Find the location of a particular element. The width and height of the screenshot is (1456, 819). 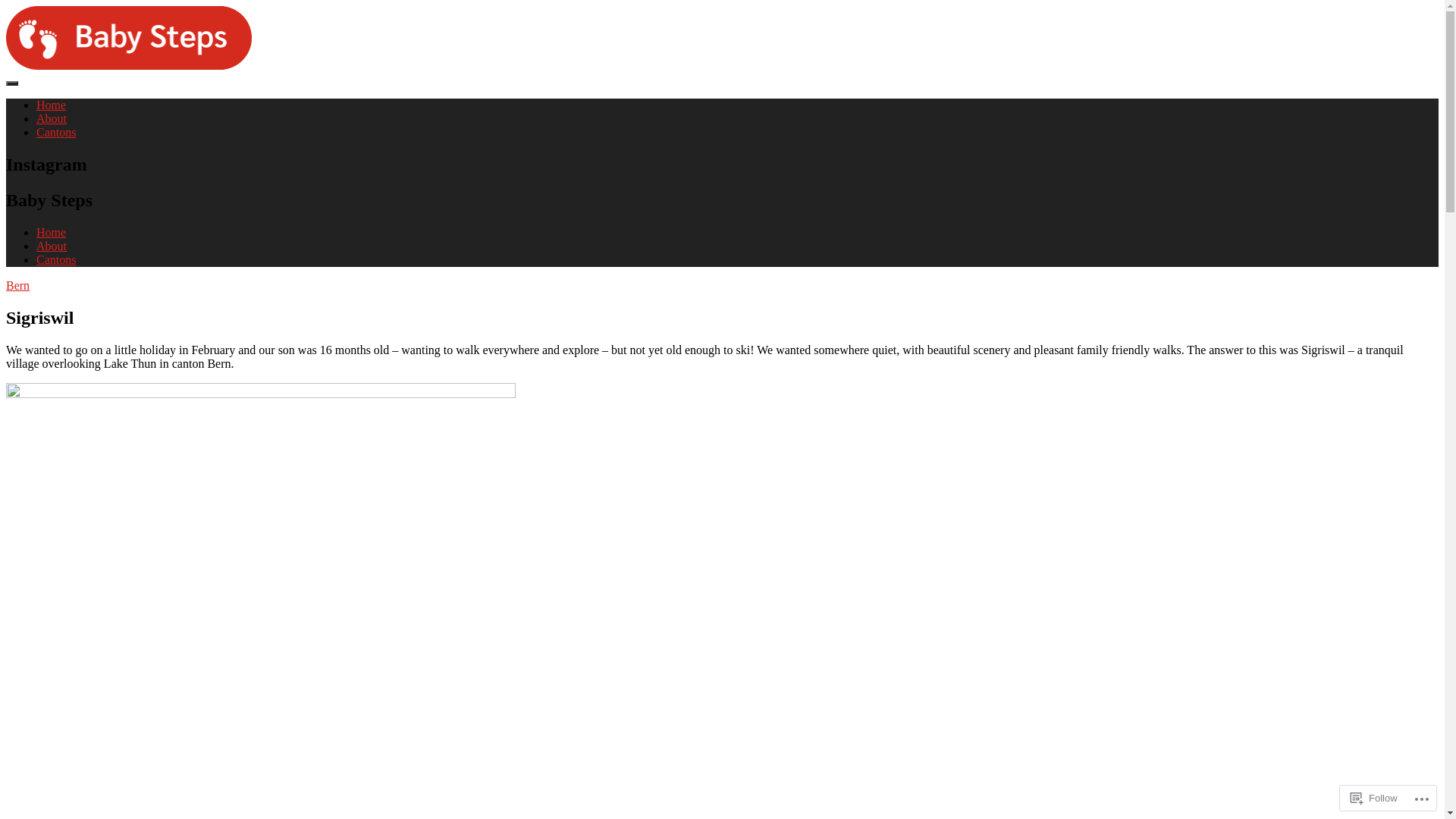

'Cantons' is located at coordinates (36, 259).